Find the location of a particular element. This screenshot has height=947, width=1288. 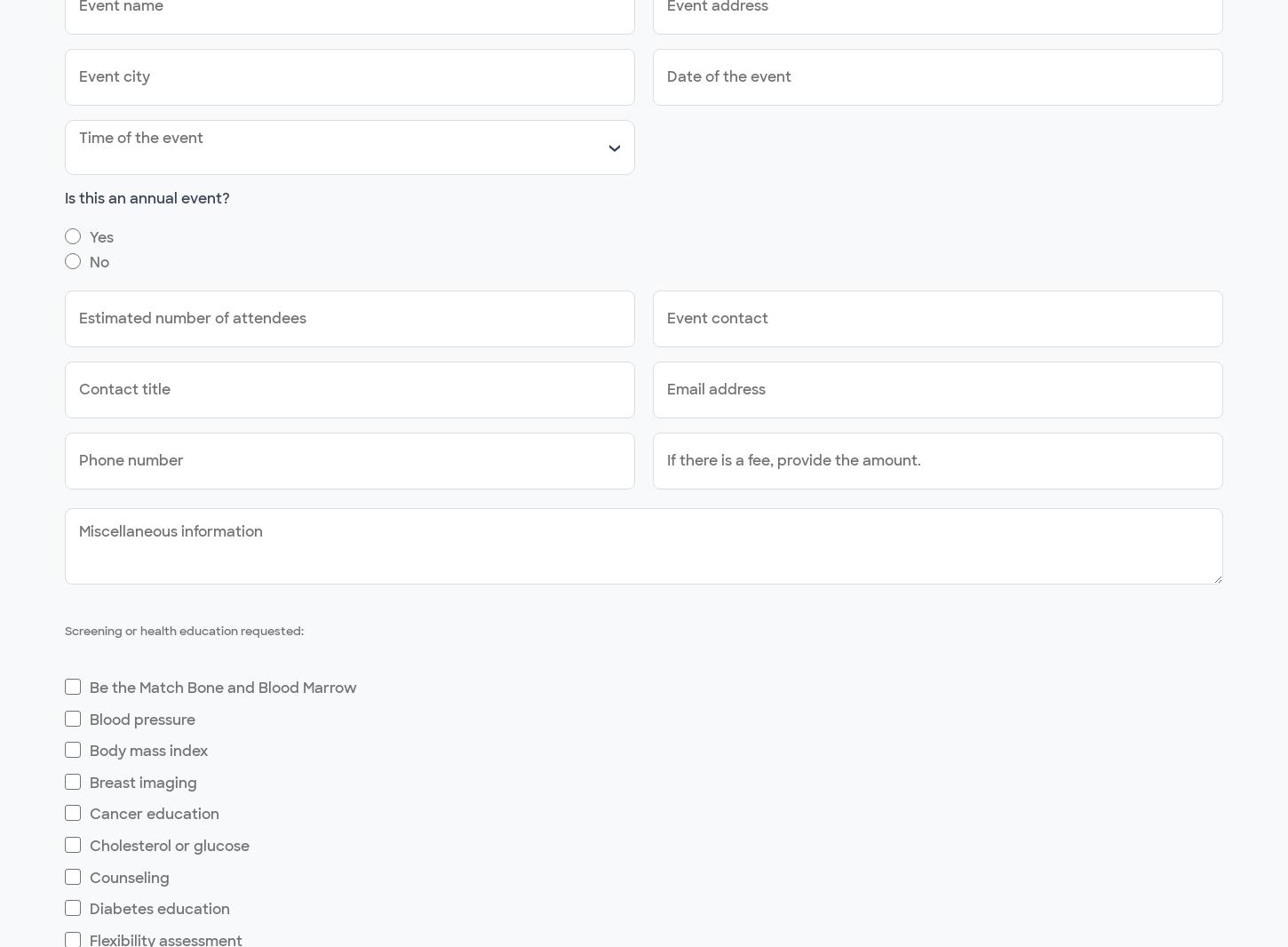

'Email address' is located at coordinates (716, 389).